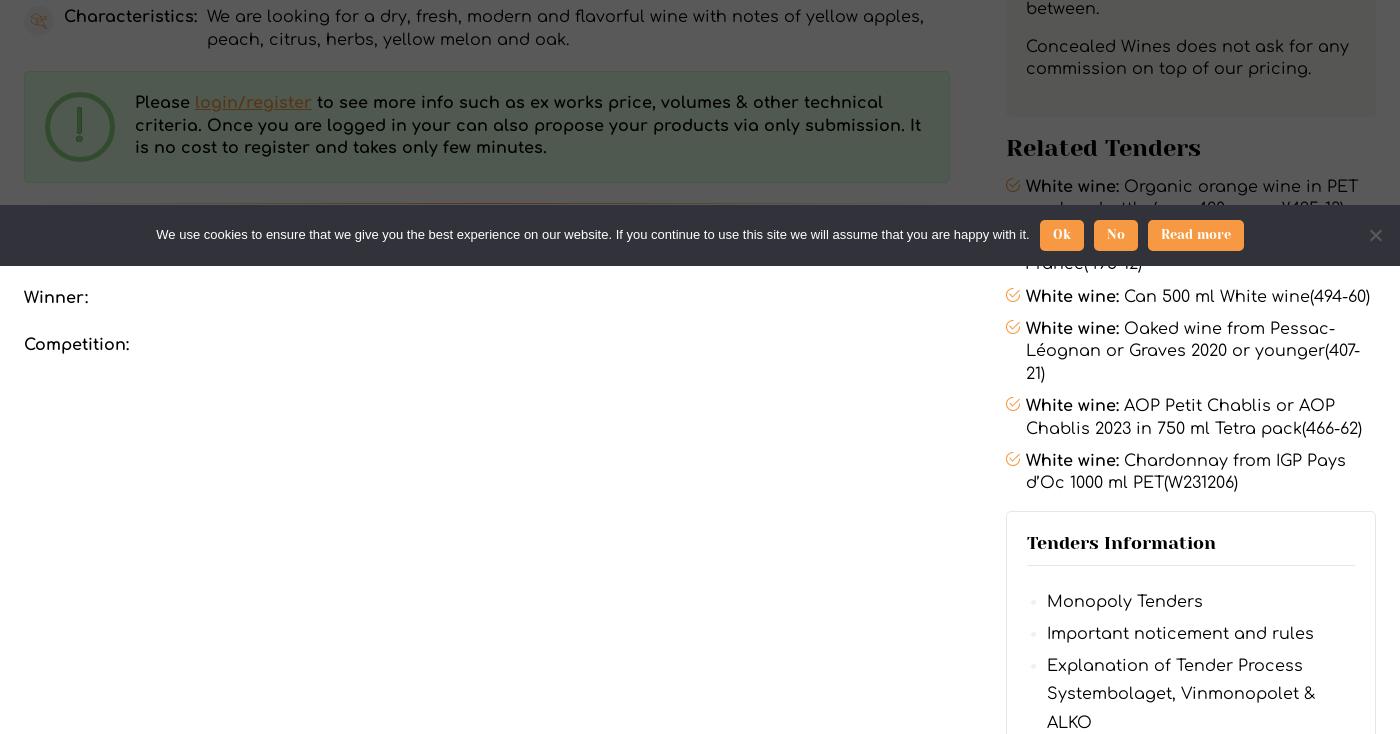  Describe the element at coordinates (1184, 471) in the screenshot. I see `'Chardonnay from IGP Pays d’Oc 1000 ml PET(W231206)'` at that location.